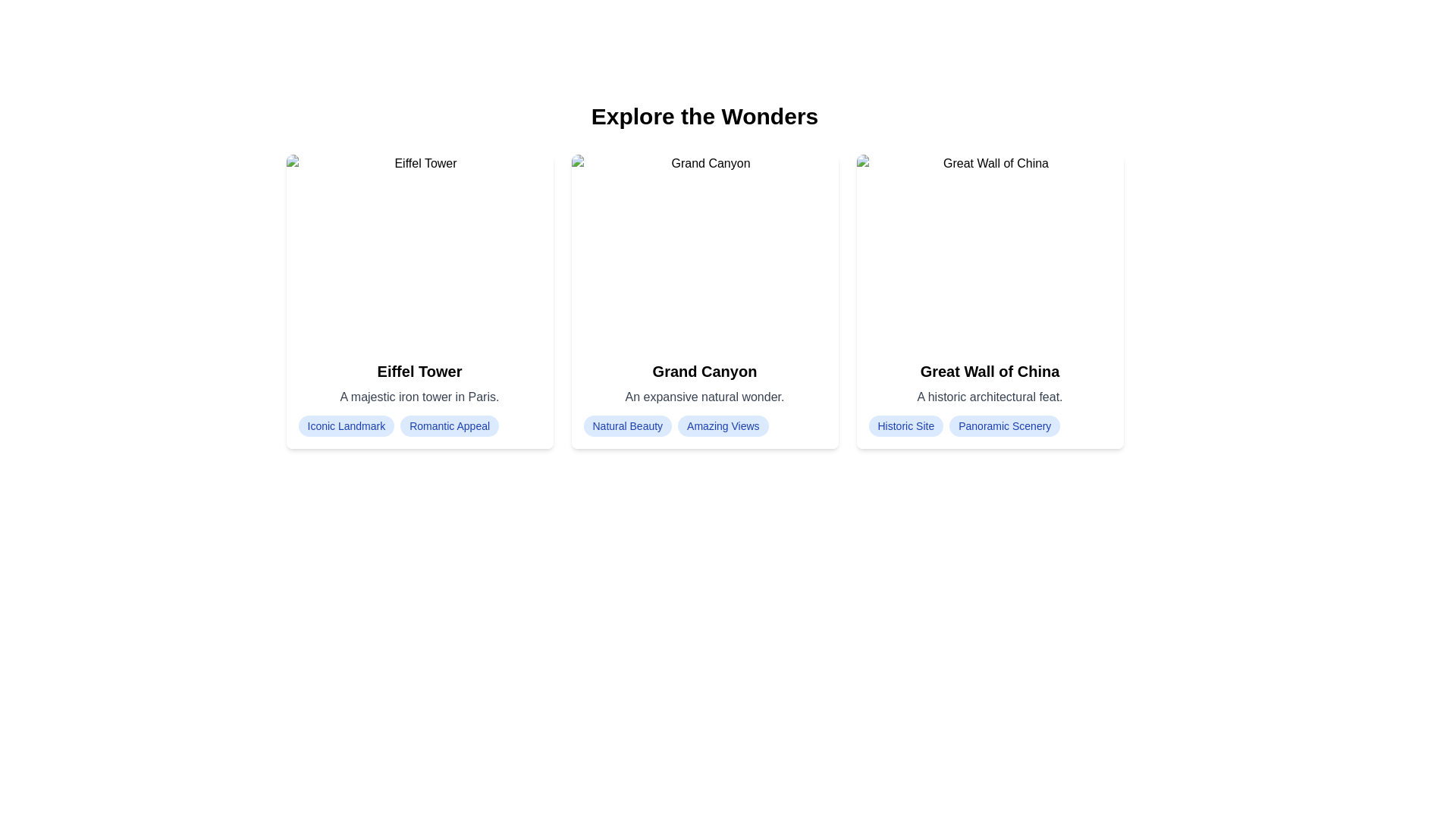  I want to click on the first pill-shaped blue badge with the text 'Historic Site' located at the bottom of the card titled 'Great Wall of China', so click(905, 426).